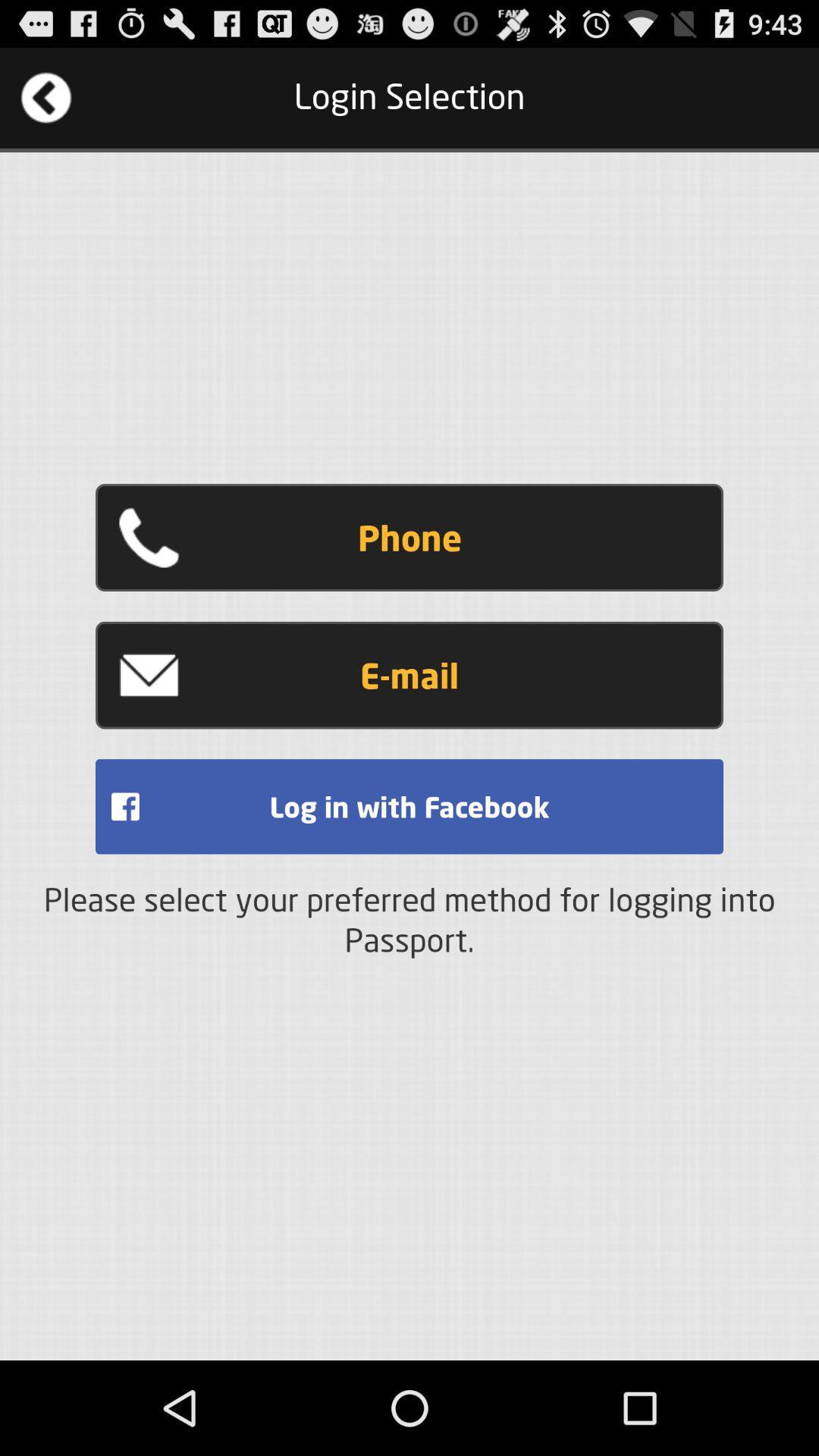  Describe the element at coordinates (409, 805) in the screenshot. I see `the log in with item` at that location.